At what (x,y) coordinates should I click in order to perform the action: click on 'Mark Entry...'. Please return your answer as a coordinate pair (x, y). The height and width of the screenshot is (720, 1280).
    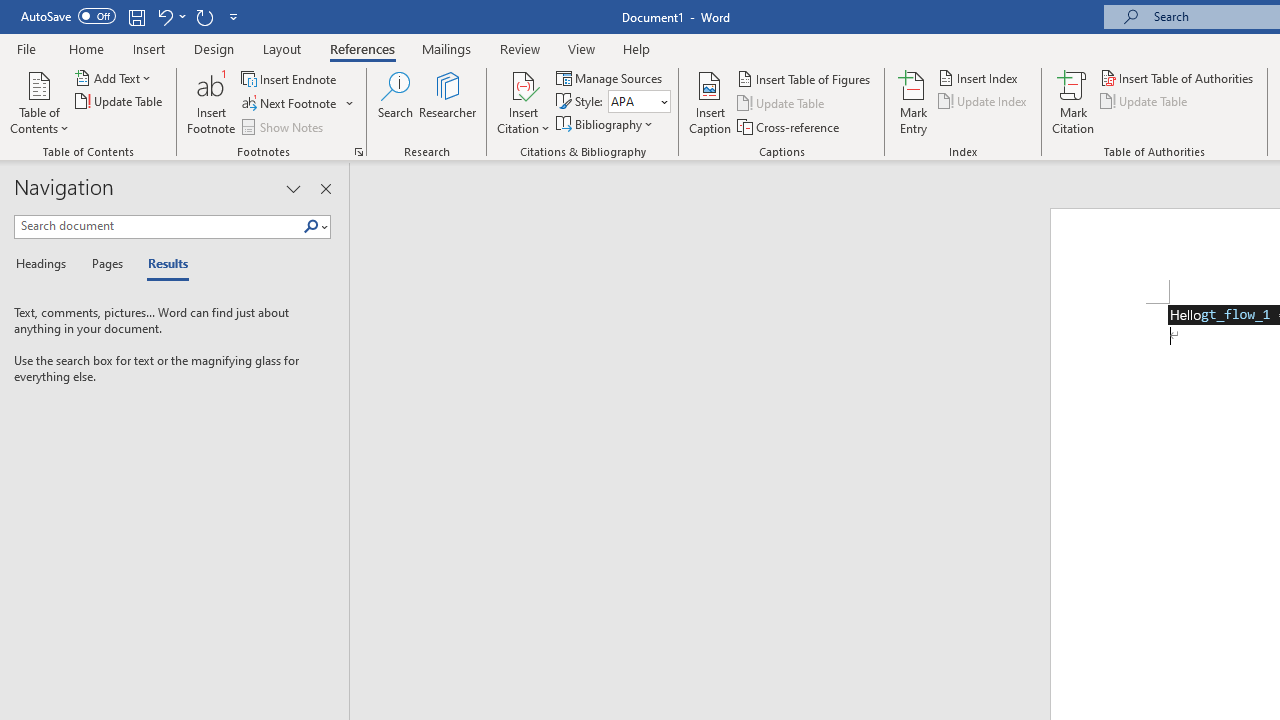
    Looking at the image, I should click on (912, 103).